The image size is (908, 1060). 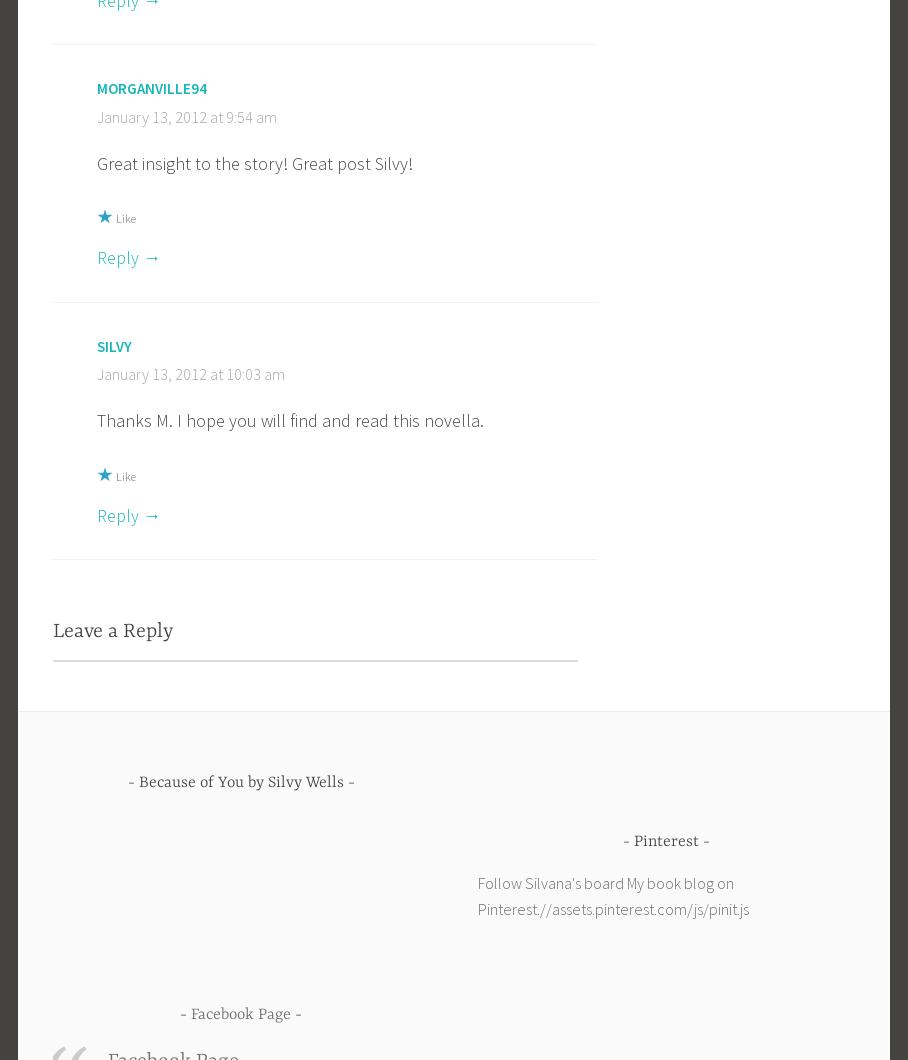 What do you see at coordinates (53, 631) in the screenshot?
I see `'Leave a Reply'` at bounding box center [53, 631].